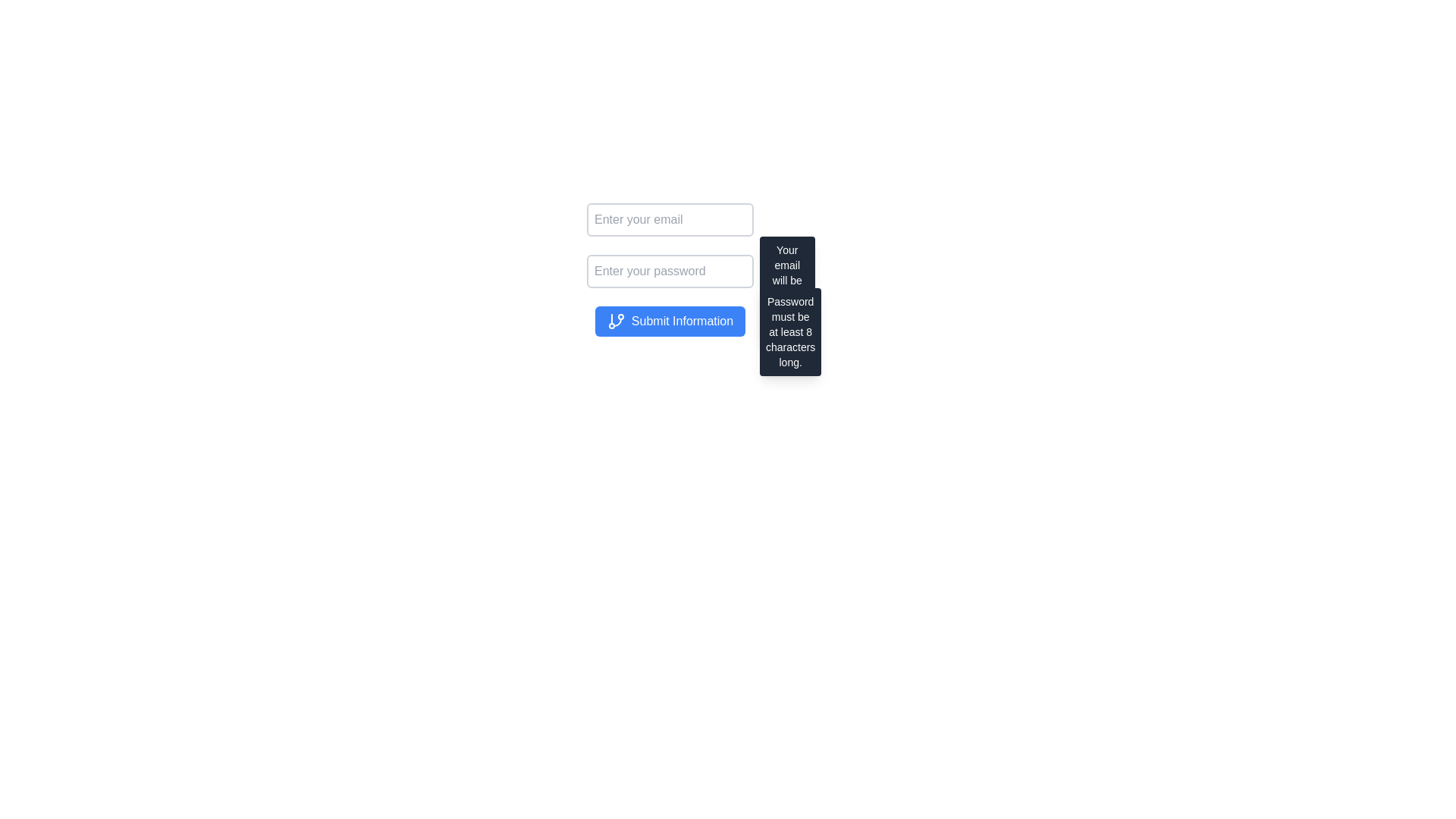 The width and height of the screenshot is (1456, 819). I want to click on the SVG icon representing a Git branch located within the 'Submit Information' button on the left side of the label text, so click(616, 321).